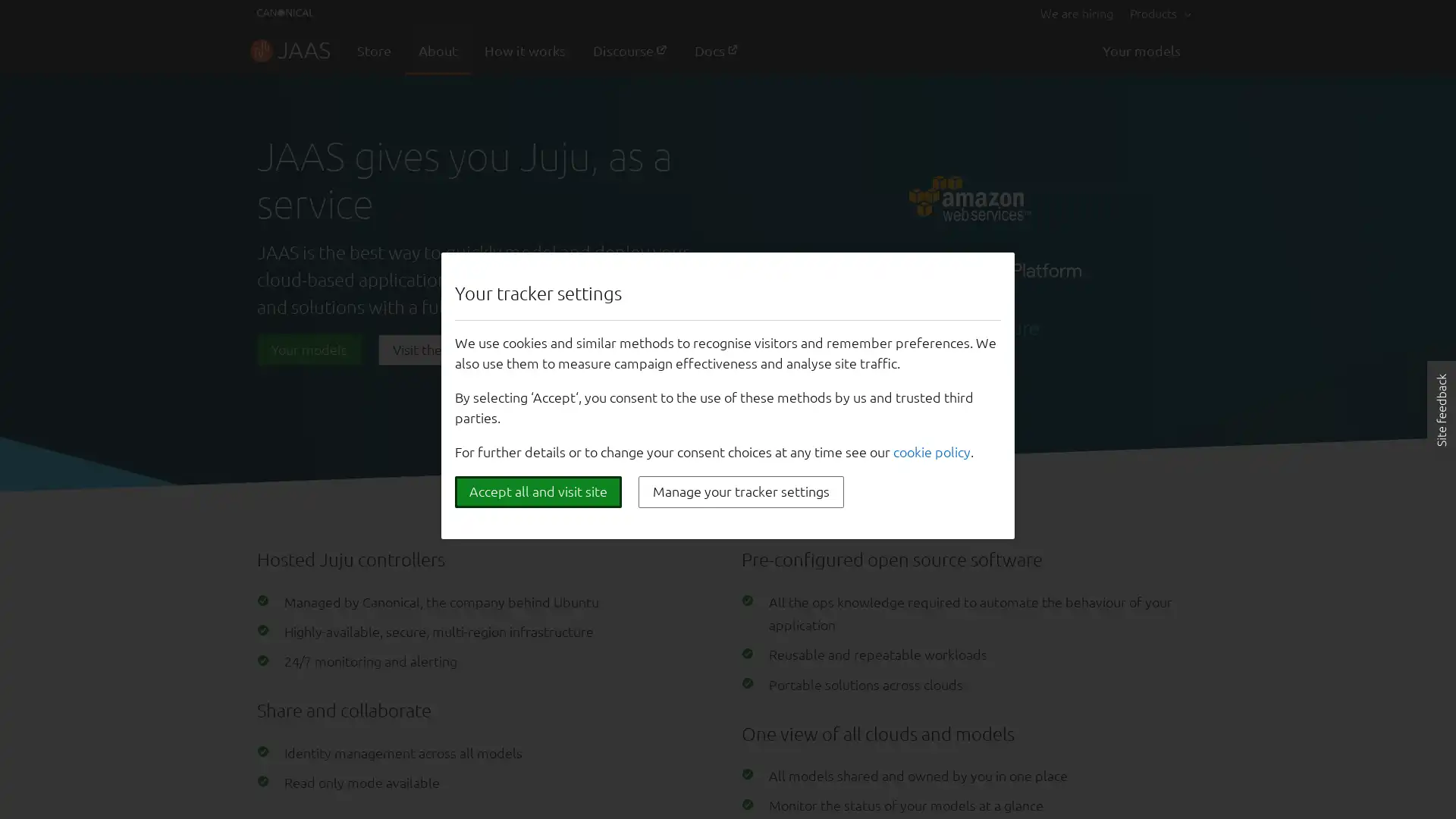  I want to click on Accept all and visit site, so click(538, 491).